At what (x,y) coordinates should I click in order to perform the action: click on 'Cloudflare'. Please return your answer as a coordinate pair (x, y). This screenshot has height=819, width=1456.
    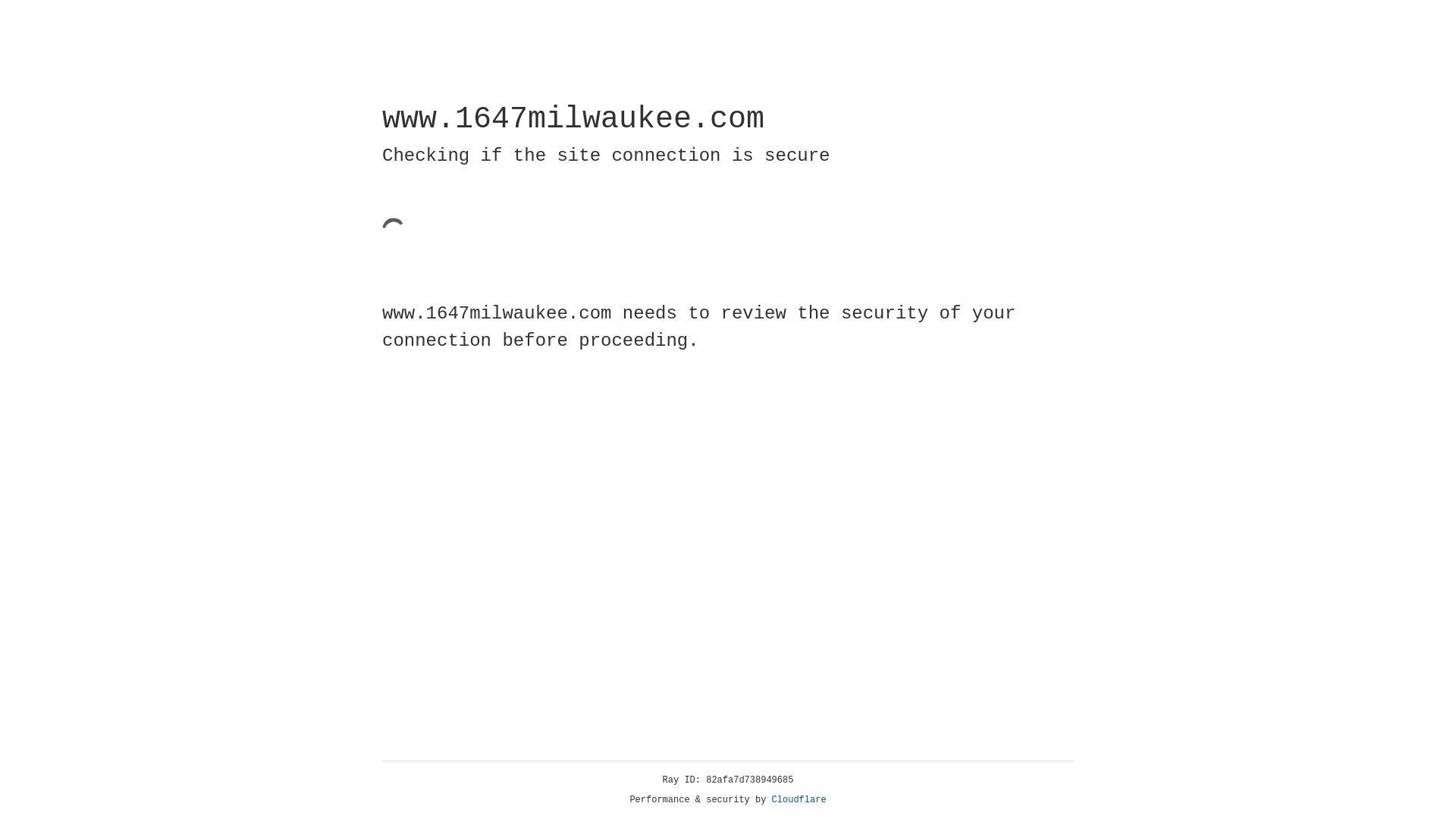
    Looking at the image, I should click on (771, 799).